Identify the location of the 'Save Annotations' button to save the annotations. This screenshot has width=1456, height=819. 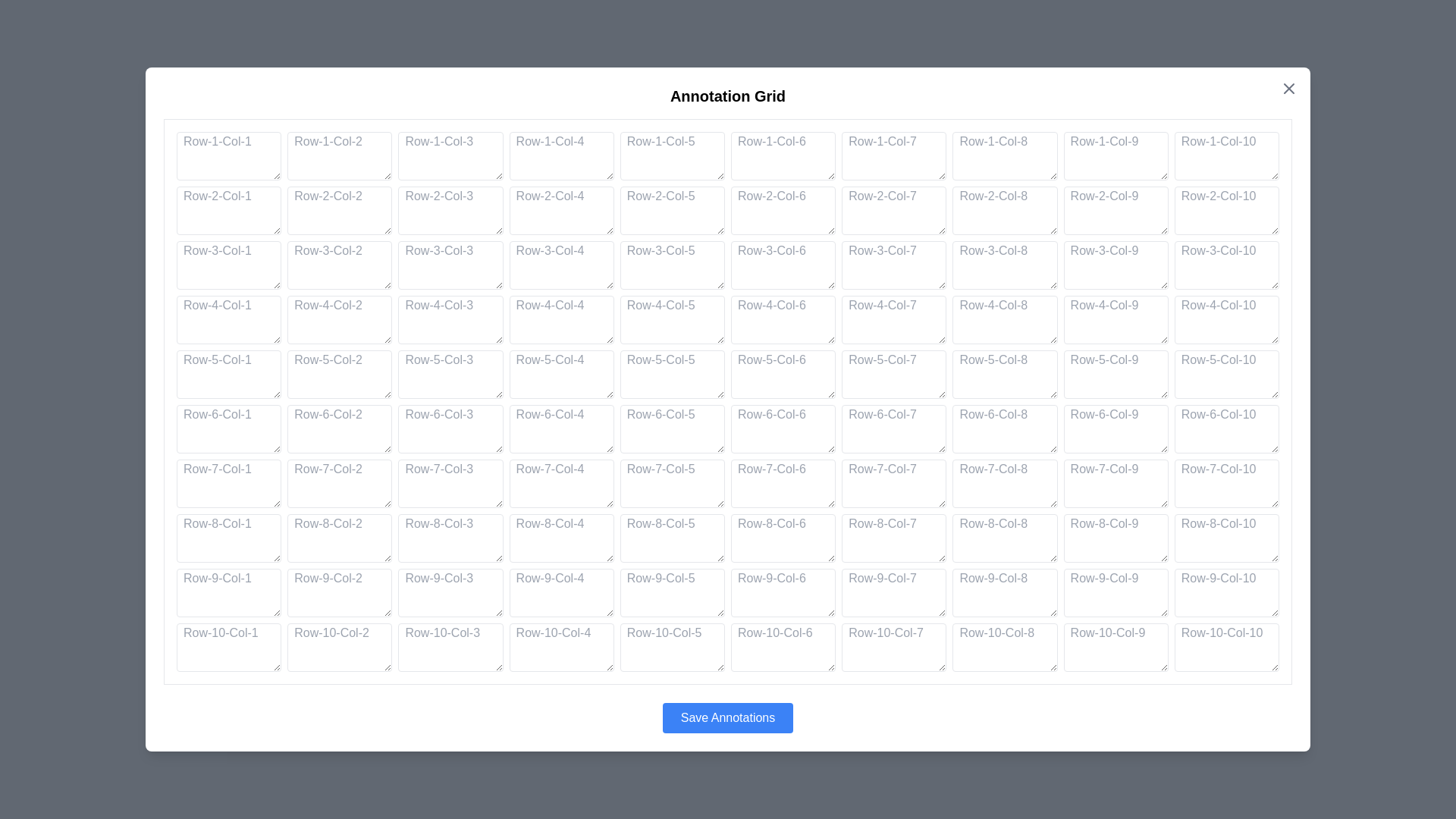
(728, 717).